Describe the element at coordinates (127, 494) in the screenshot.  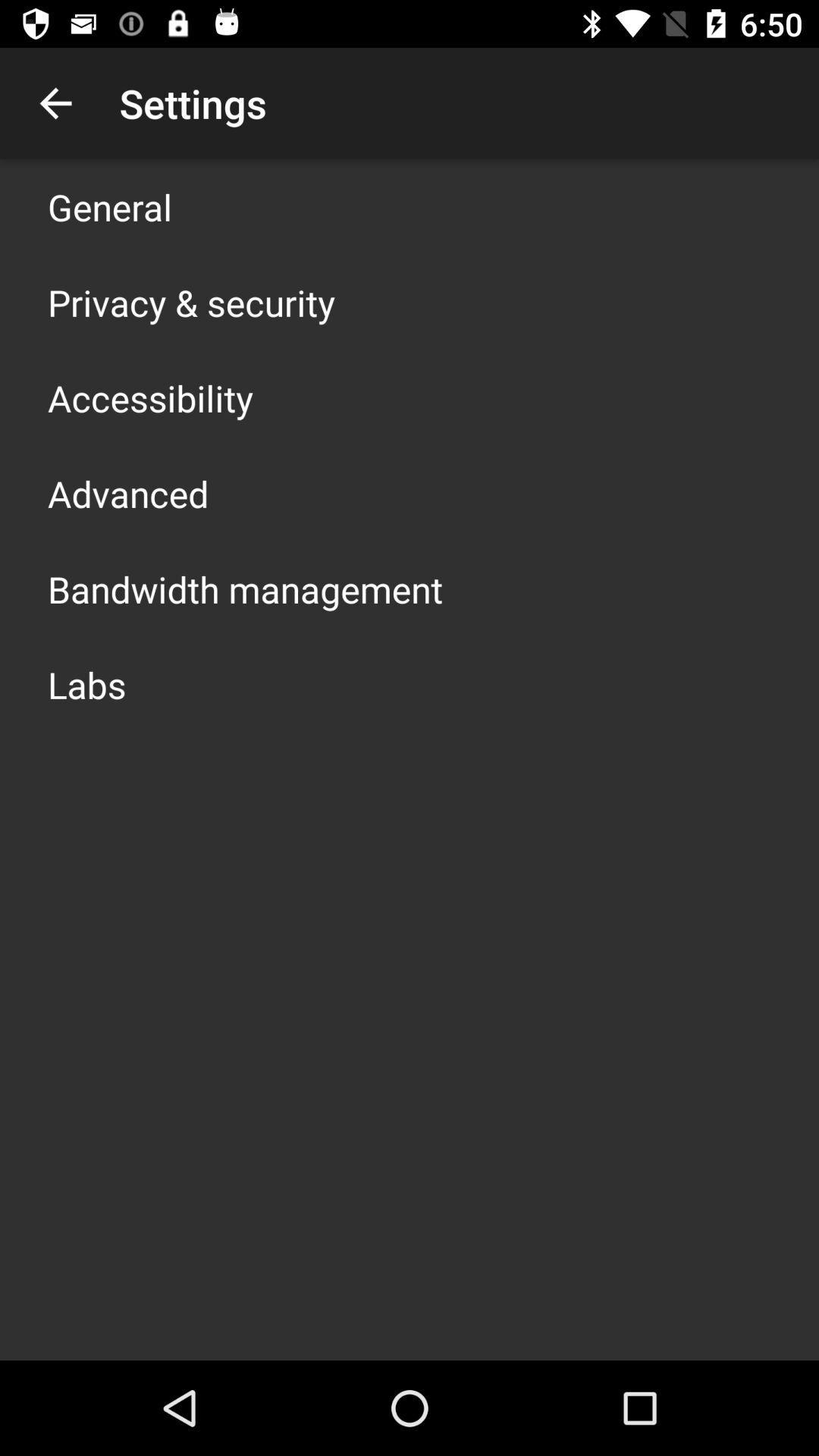
I see `app below accessibility item` at that location.